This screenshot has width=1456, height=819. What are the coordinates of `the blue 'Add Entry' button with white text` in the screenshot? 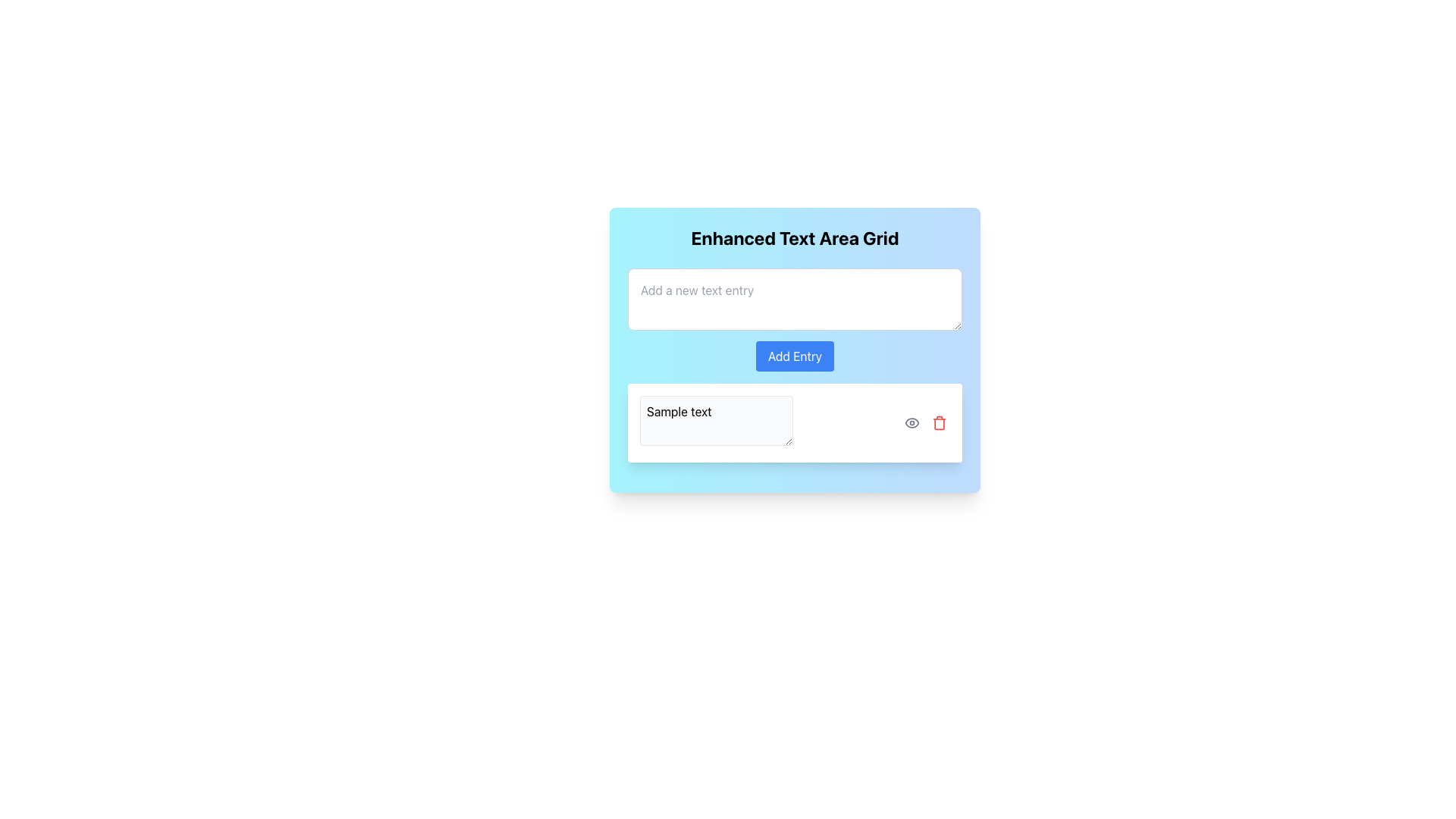 It's located at (794, 356).